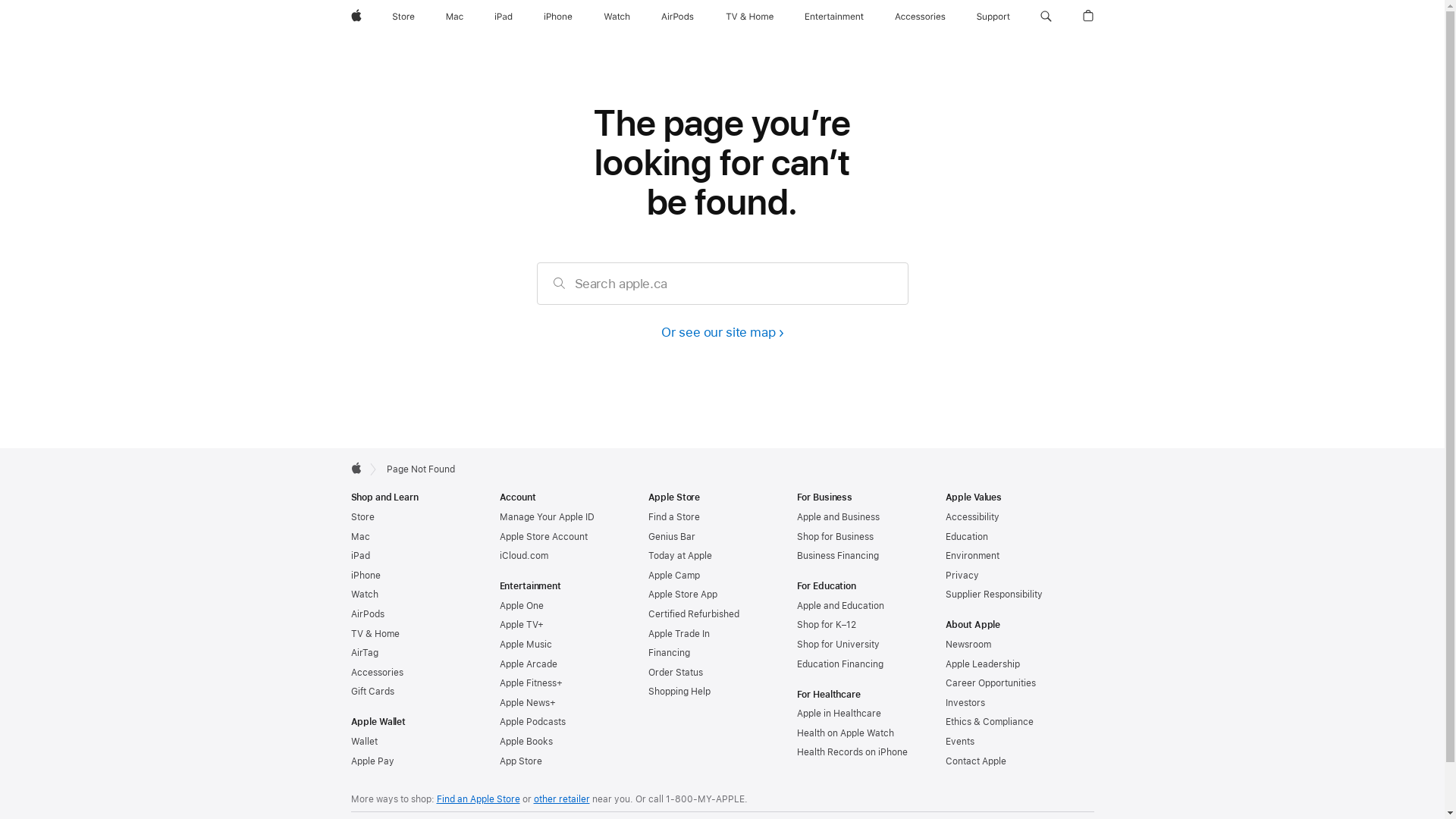 This screenshot has height=819, width=1456. I want to click on 'Or see our site map', so click(720, 331).